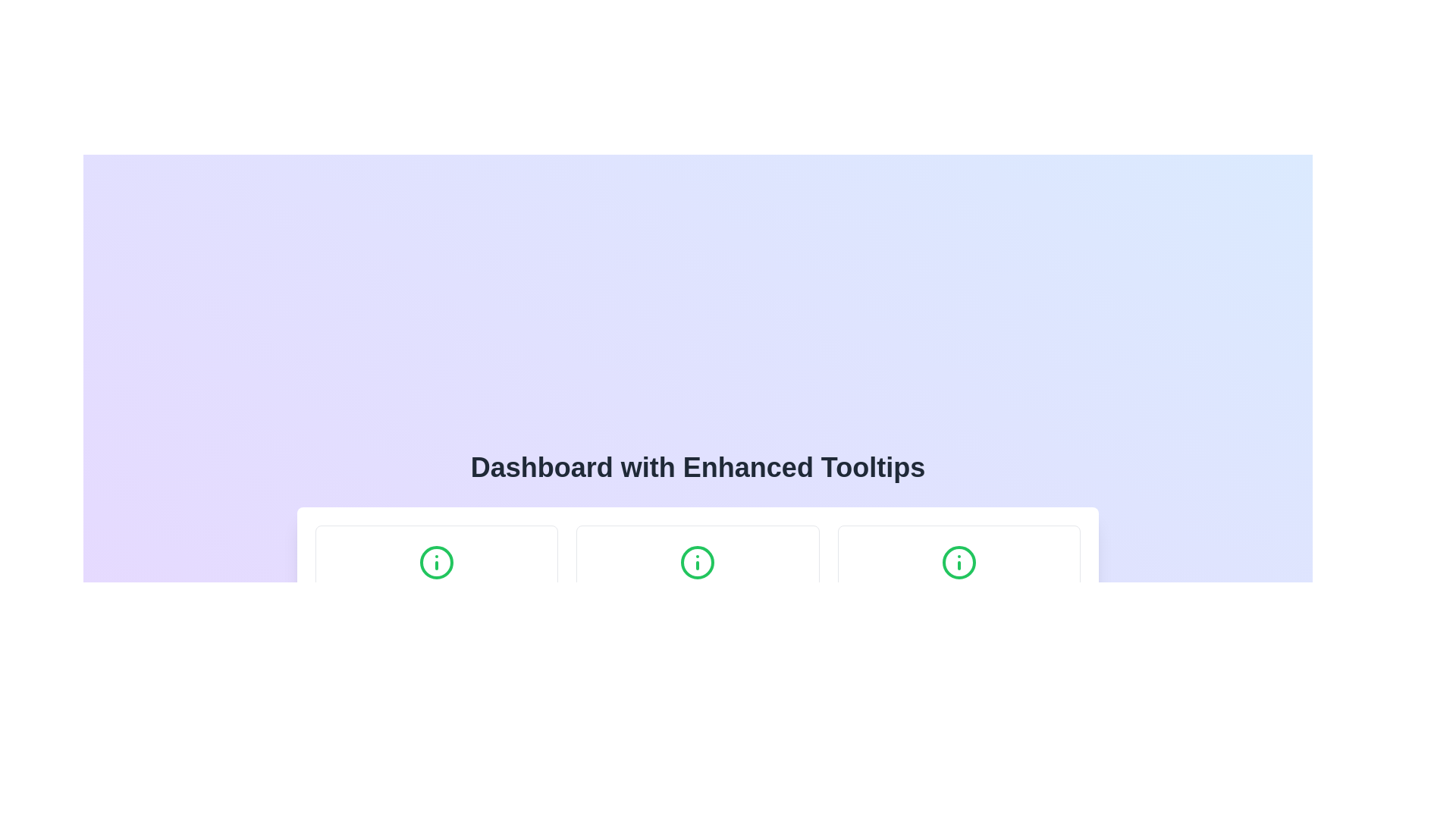 The image size is (1456, 819). What do you see at coordinates (697, 562) in the screenshot?
I see `the green circular information icon with an 'i' symbol, located at the upper center of the Notifications card` at bounding box center [697, 562].